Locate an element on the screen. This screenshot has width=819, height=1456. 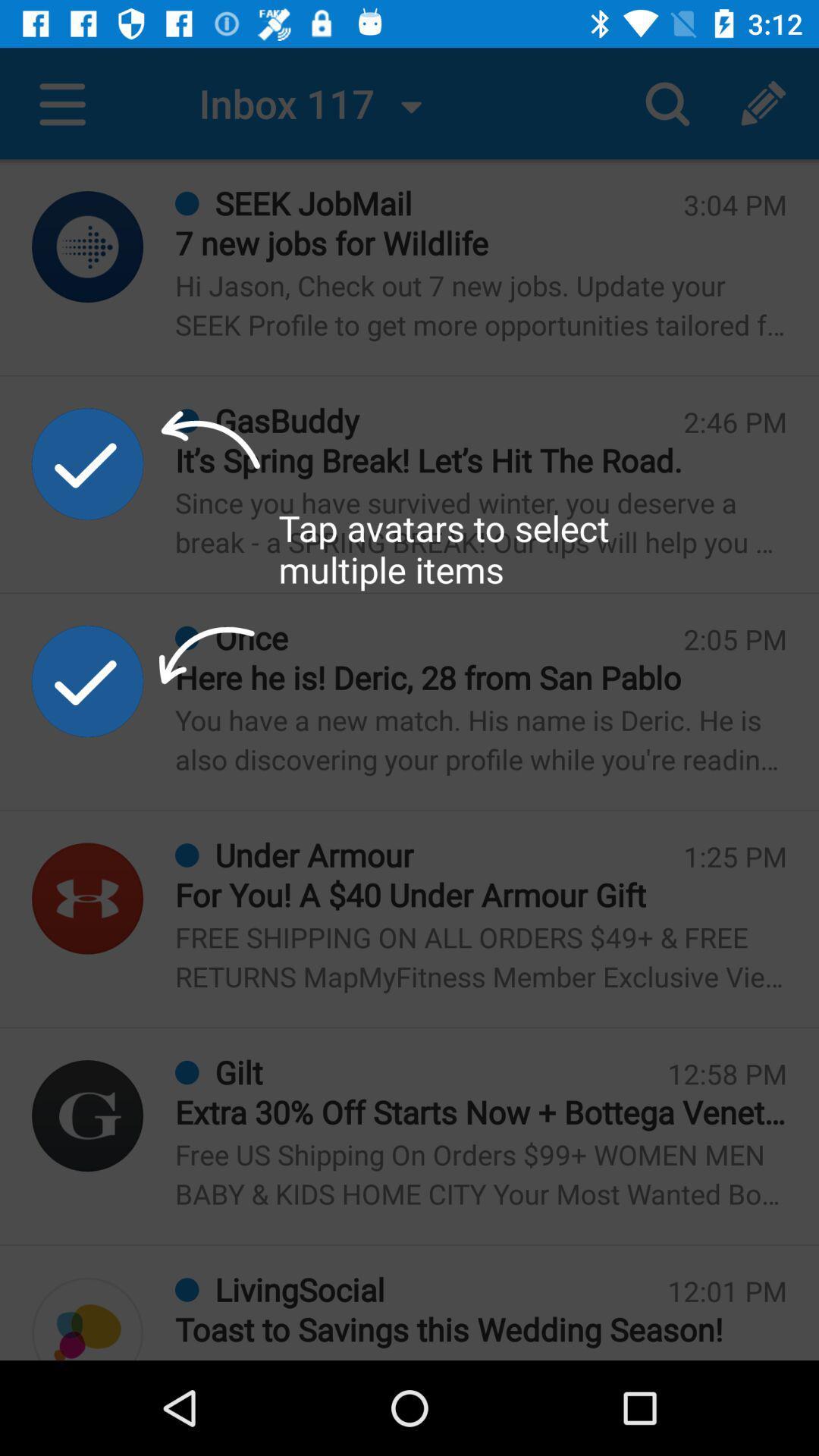
gilt information is located at coordinates (87, 1116).